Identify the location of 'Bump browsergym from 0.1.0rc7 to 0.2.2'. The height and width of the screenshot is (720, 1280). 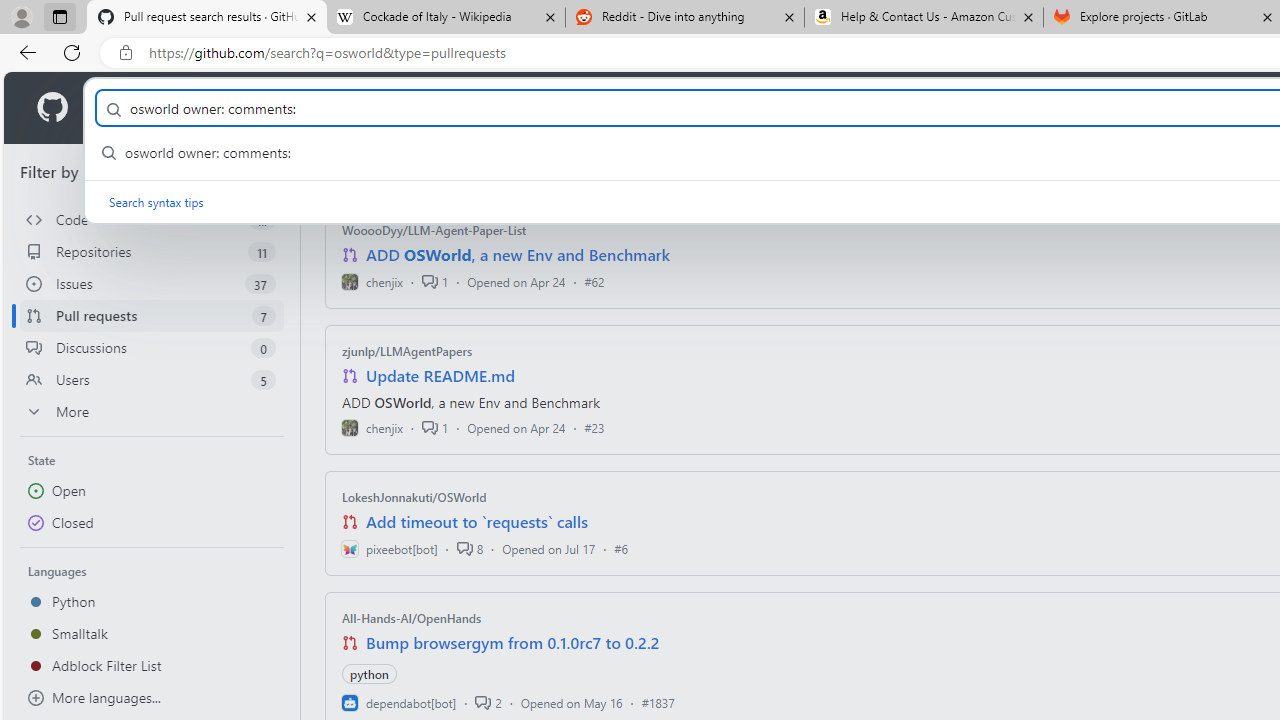
(513, 642).